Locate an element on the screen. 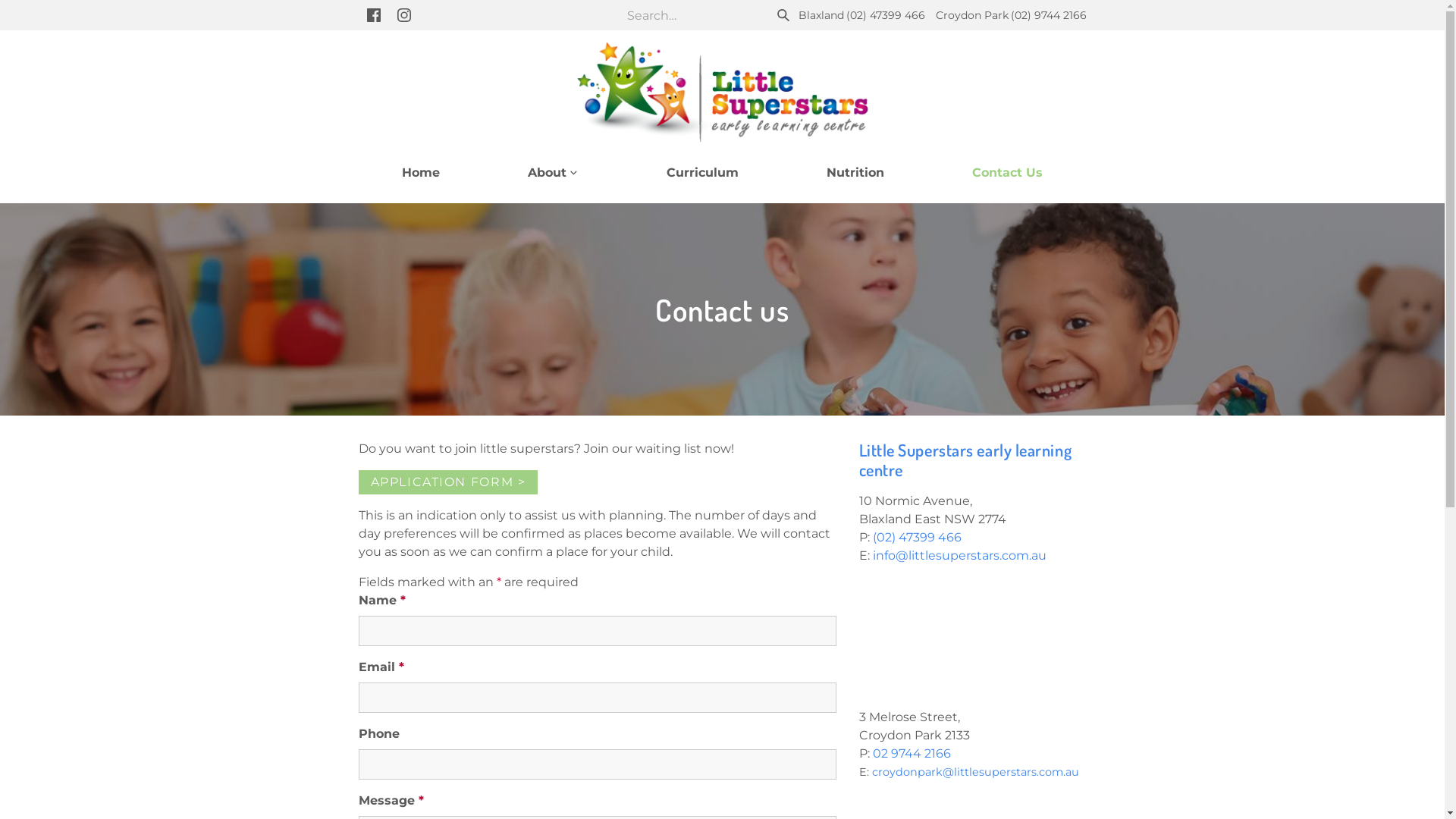 The image size is (1456, 819). 'APPLICATION FORM' is located at coordinates (447, 482).